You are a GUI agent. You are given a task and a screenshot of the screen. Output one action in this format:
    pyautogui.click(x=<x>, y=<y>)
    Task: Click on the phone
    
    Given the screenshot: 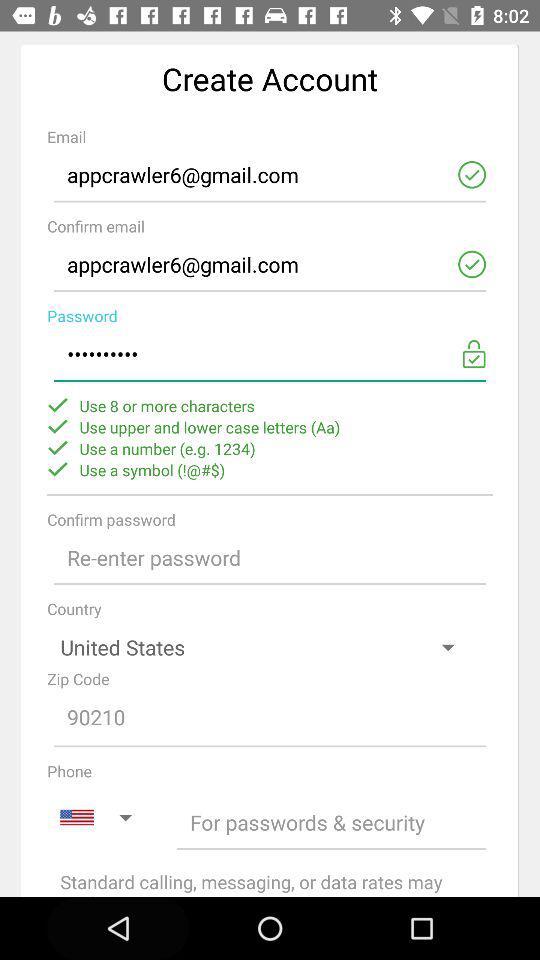 What is the action you would take?
    pyautogui.click(x=331, y=822)
    